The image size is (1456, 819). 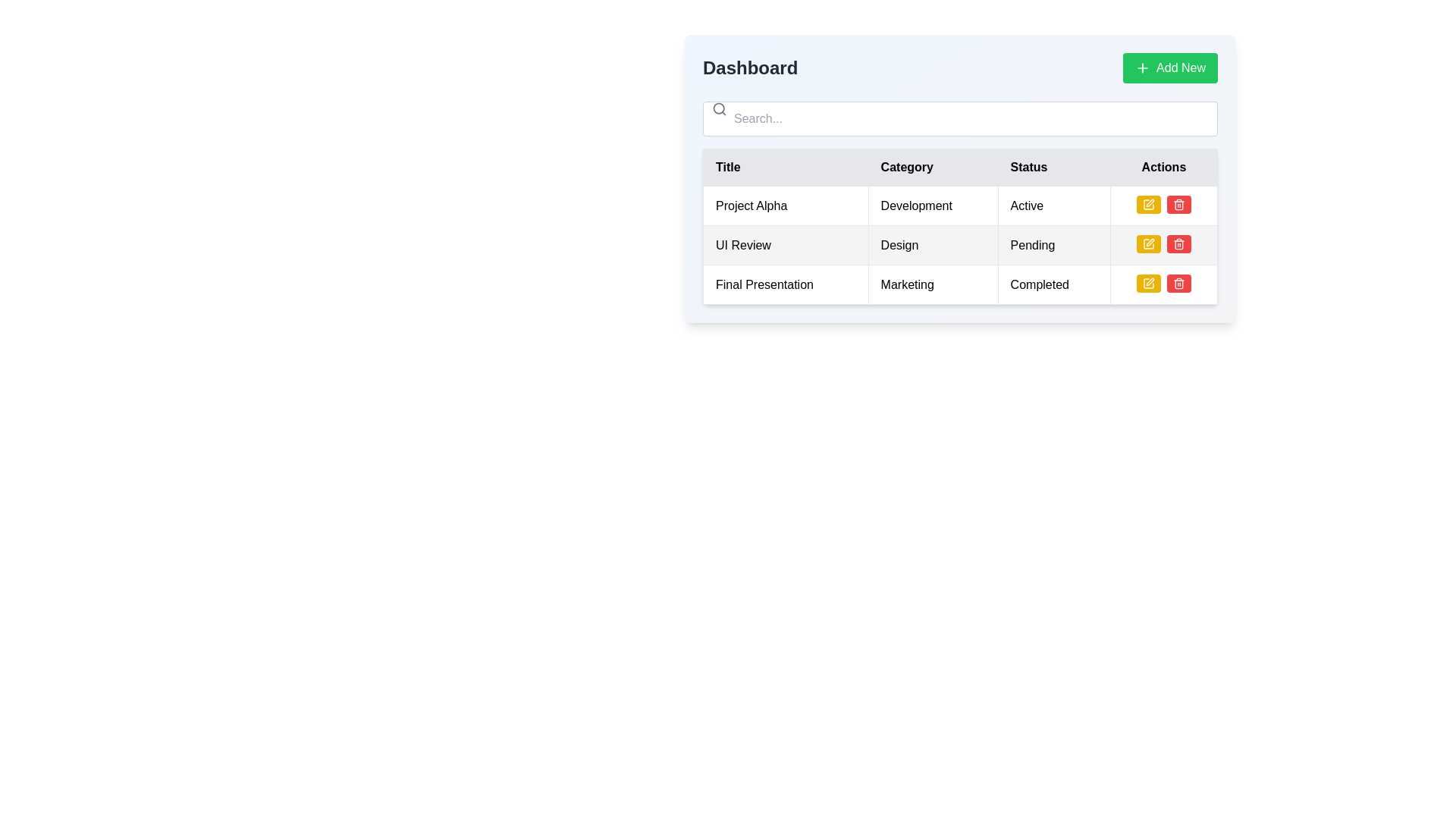 What do you see at coordinates (1178, 284) in the screenshot?
I see `the deletion button located in the last row of the 'Actions' column, which is adjacent to the yellow button with a pencil icon` at bounding box center [1178, 284].